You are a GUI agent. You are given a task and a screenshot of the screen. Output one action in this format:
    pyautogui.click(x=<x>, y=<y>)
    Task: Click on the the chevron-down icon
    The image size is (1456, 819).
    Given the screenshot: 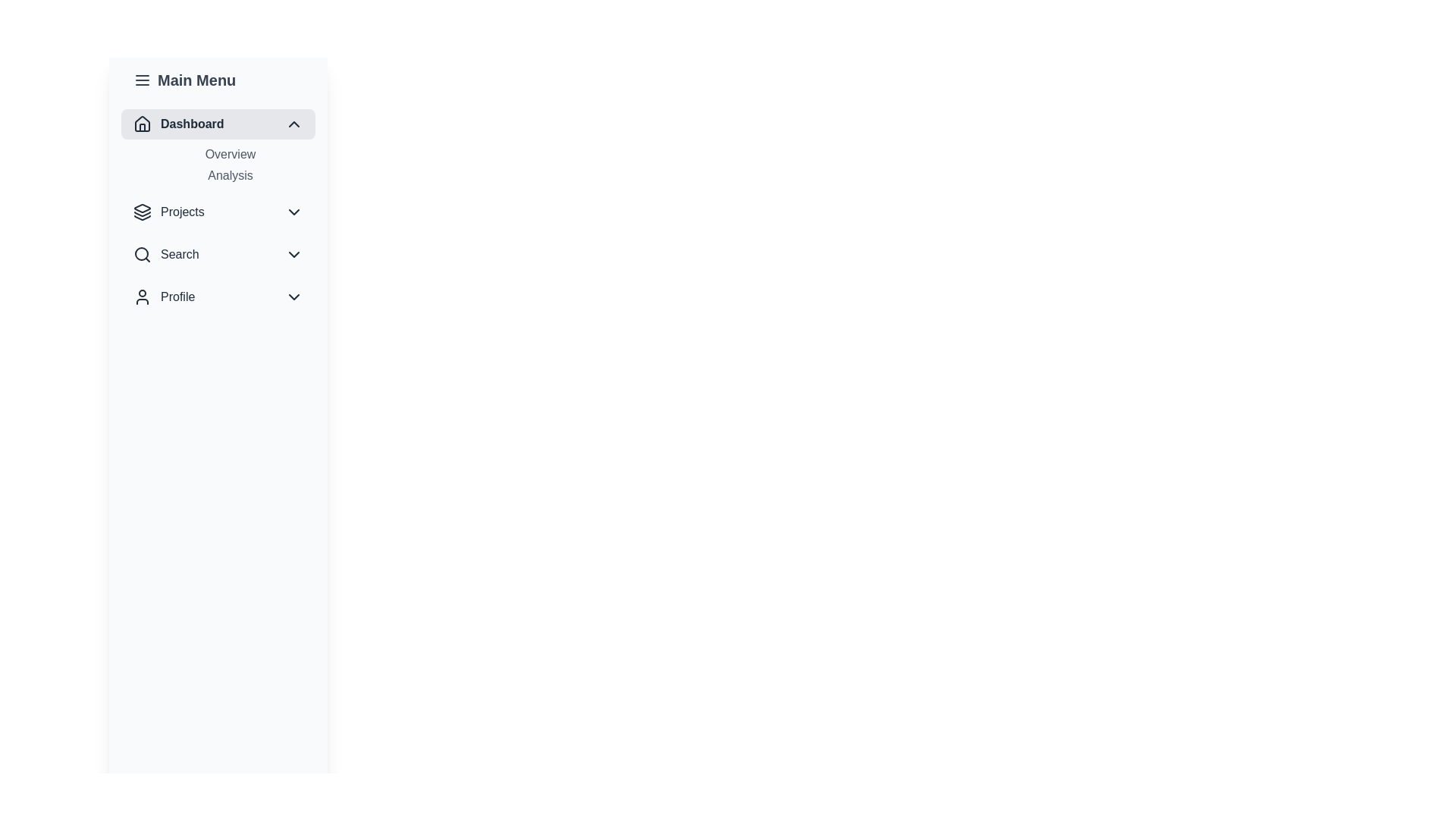 What is the action you would take?
    pyautogui.click(x=294, y=297)
    